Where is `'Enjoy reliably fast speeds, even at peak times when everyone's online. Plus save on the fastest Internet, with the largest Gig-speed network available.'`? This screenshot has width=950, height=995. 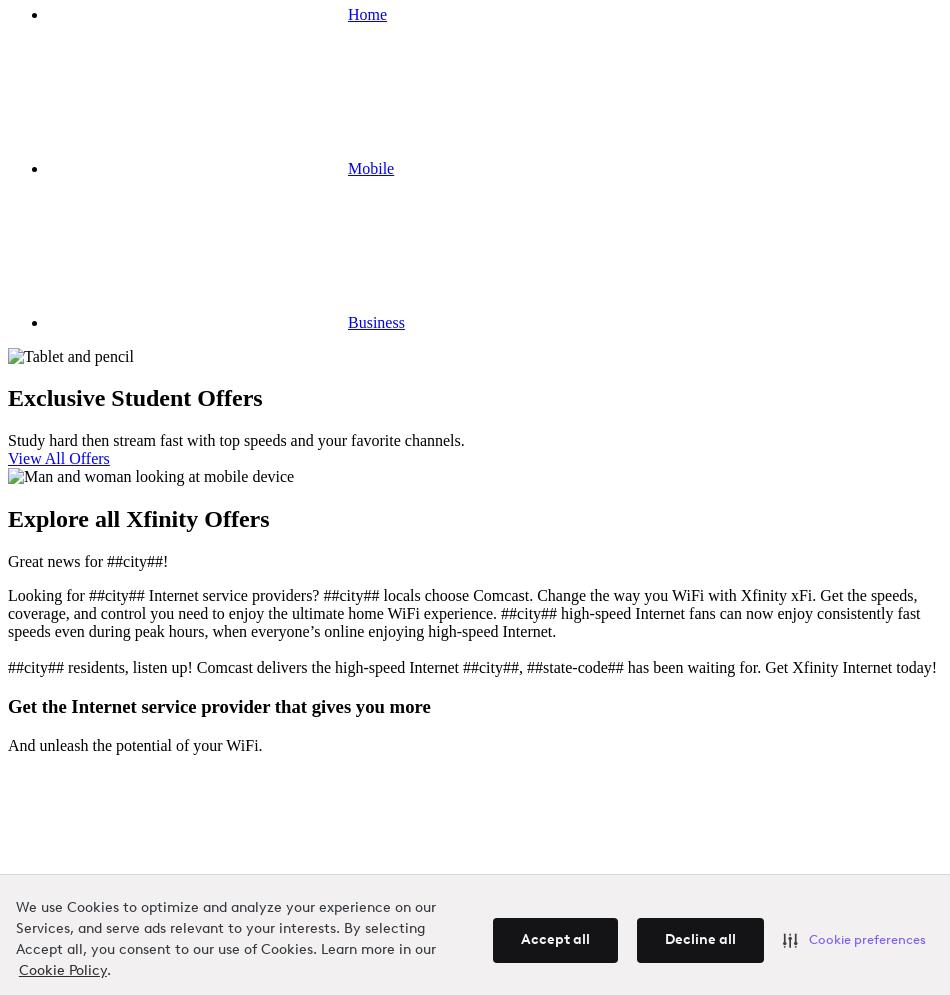
'Enjoy reliably fast speeds, even at peak times when everyone's online. Plus save on the fastest Internet, with the largest Gig-speed network available.' is located at coordinates (451, 941).